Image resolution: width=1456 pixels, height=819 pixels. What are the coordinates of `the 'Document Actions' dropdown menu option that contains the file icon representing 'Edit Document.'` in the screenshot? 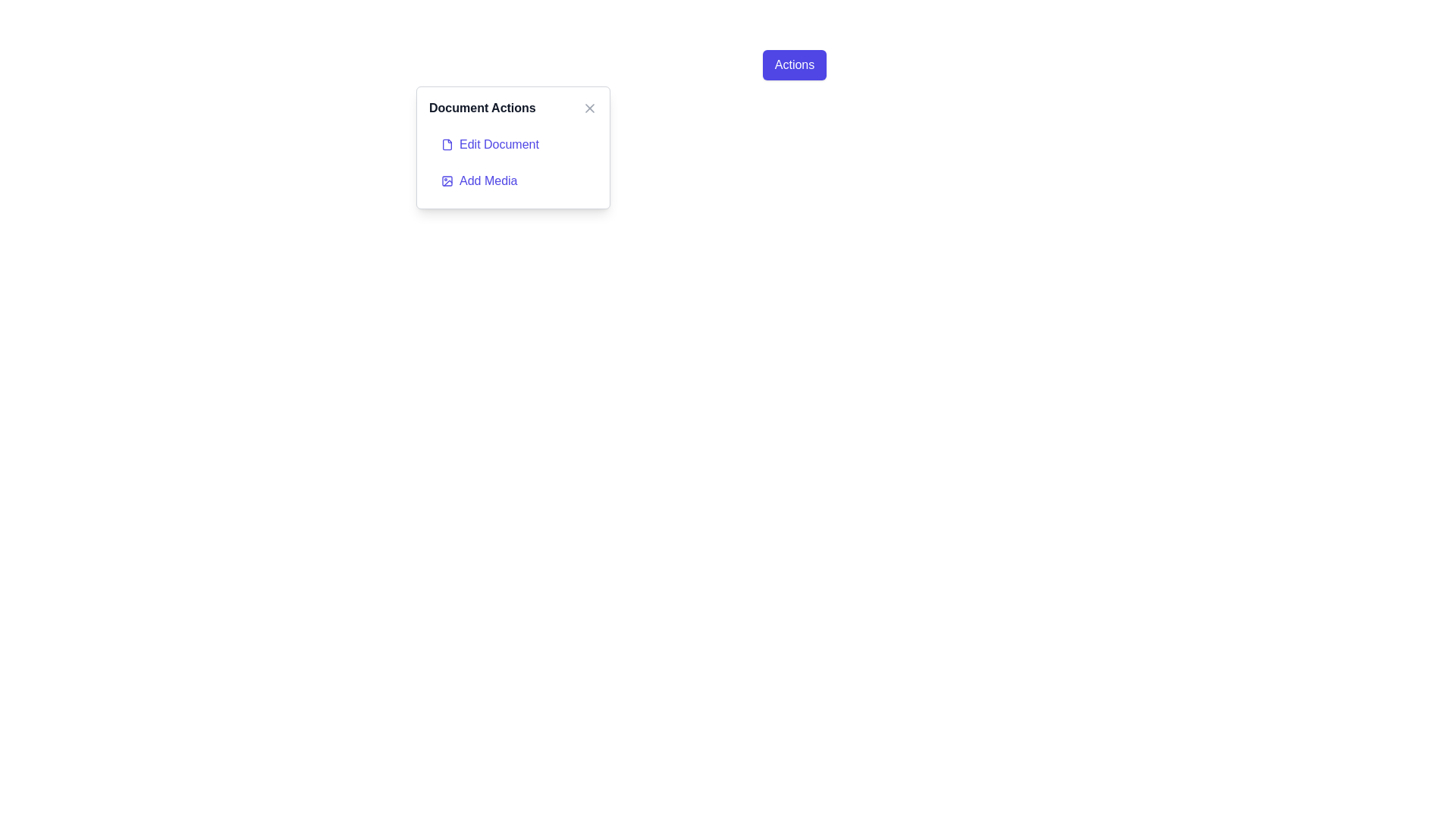 It's located at (447, 145).